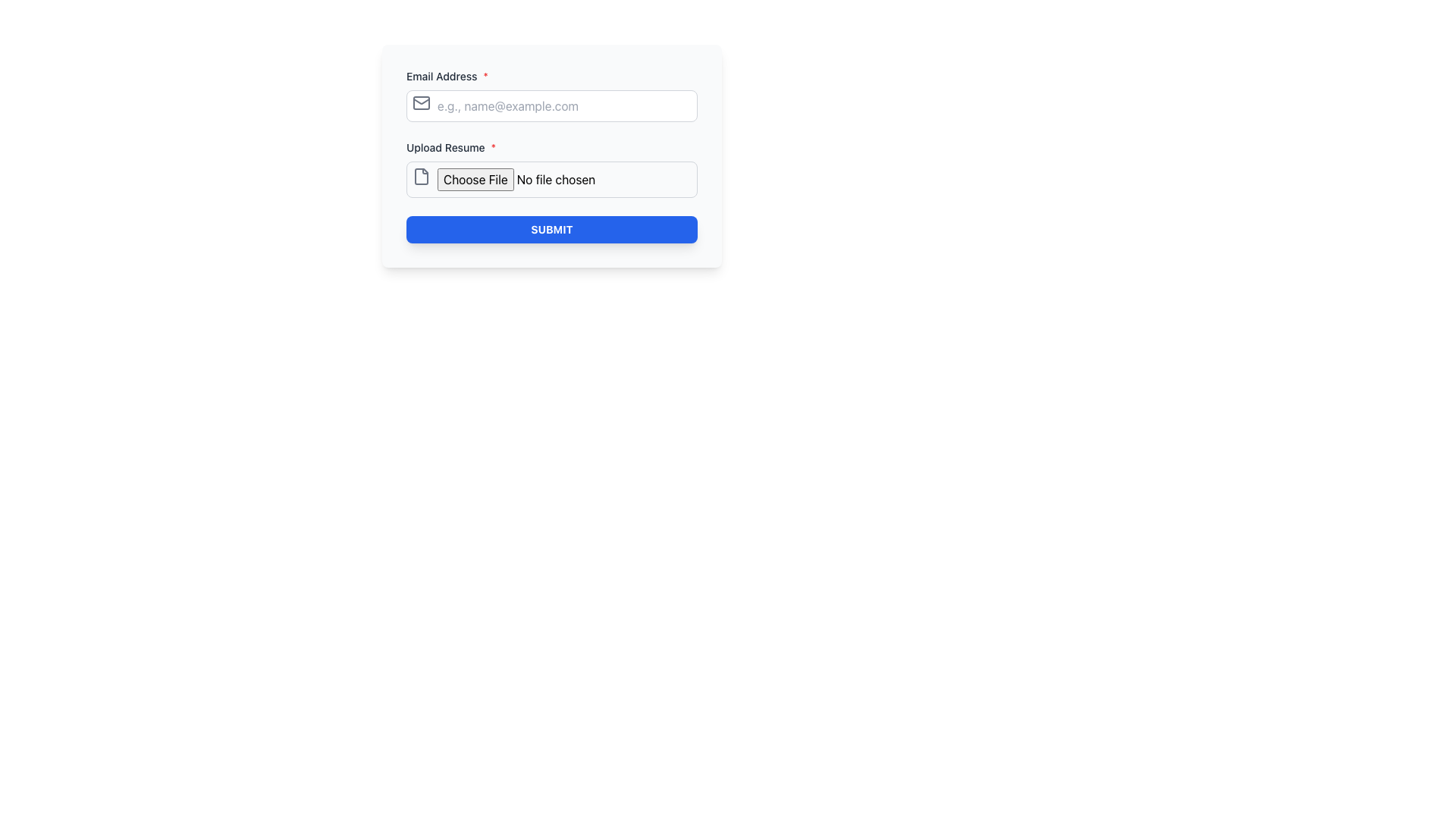 The width and height of the screenshot is (1456, 819). Describe the element at coordinates (493, 148) in the screenshot. I see `the mandatory field marker indicator for the 'Upload Resume' field, which is positioned to the immediate right of the label text` at that location.